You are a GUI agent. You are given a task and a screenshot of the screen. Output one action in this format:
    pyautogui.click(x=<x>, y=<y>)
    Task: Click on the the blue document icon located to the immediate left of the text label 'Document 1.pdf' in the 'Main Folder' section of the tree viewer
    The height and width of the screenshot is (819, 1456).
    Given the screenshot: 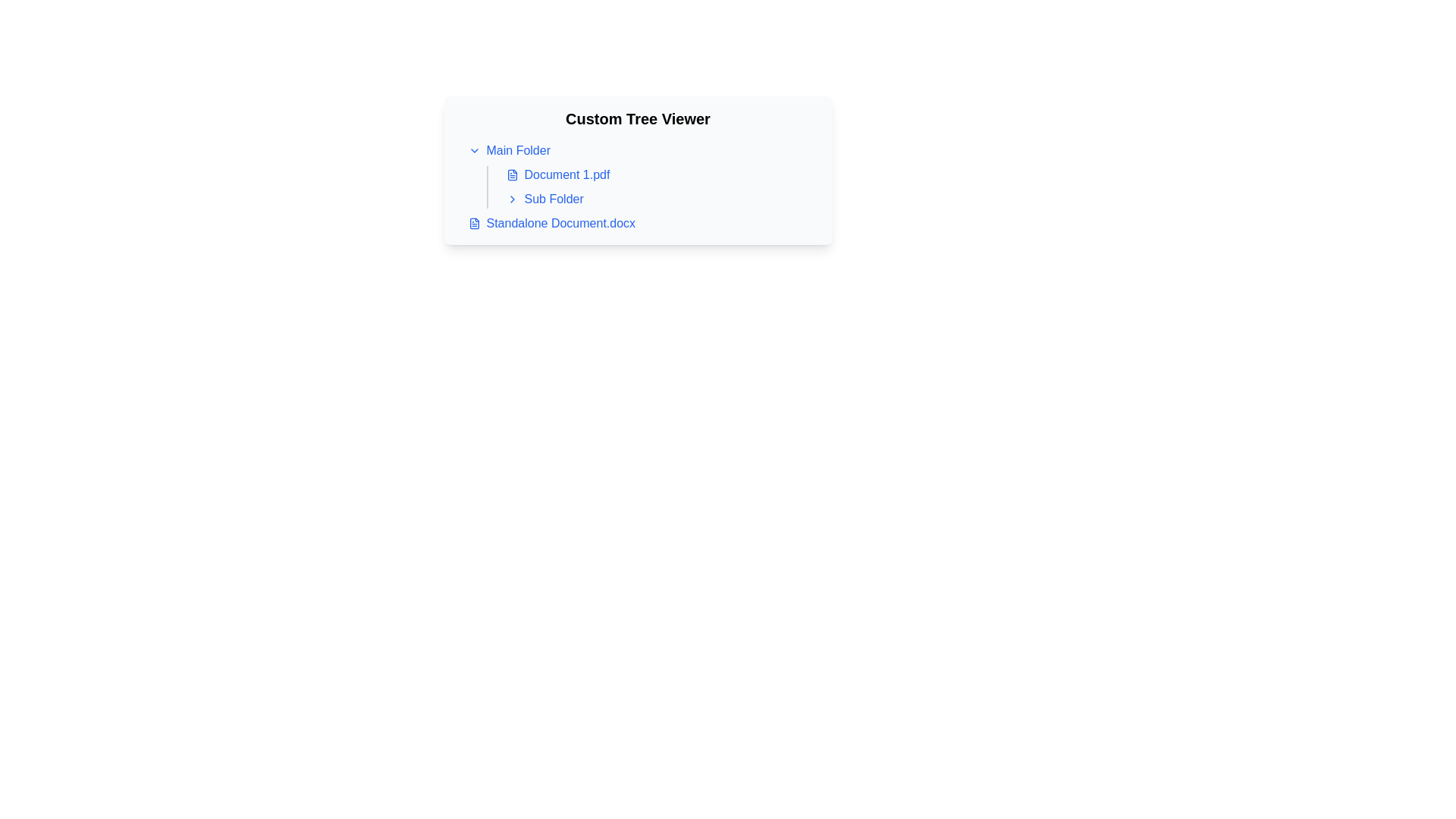 What is the action you would take?
    pyautogui.click(x=512, y=174)
    